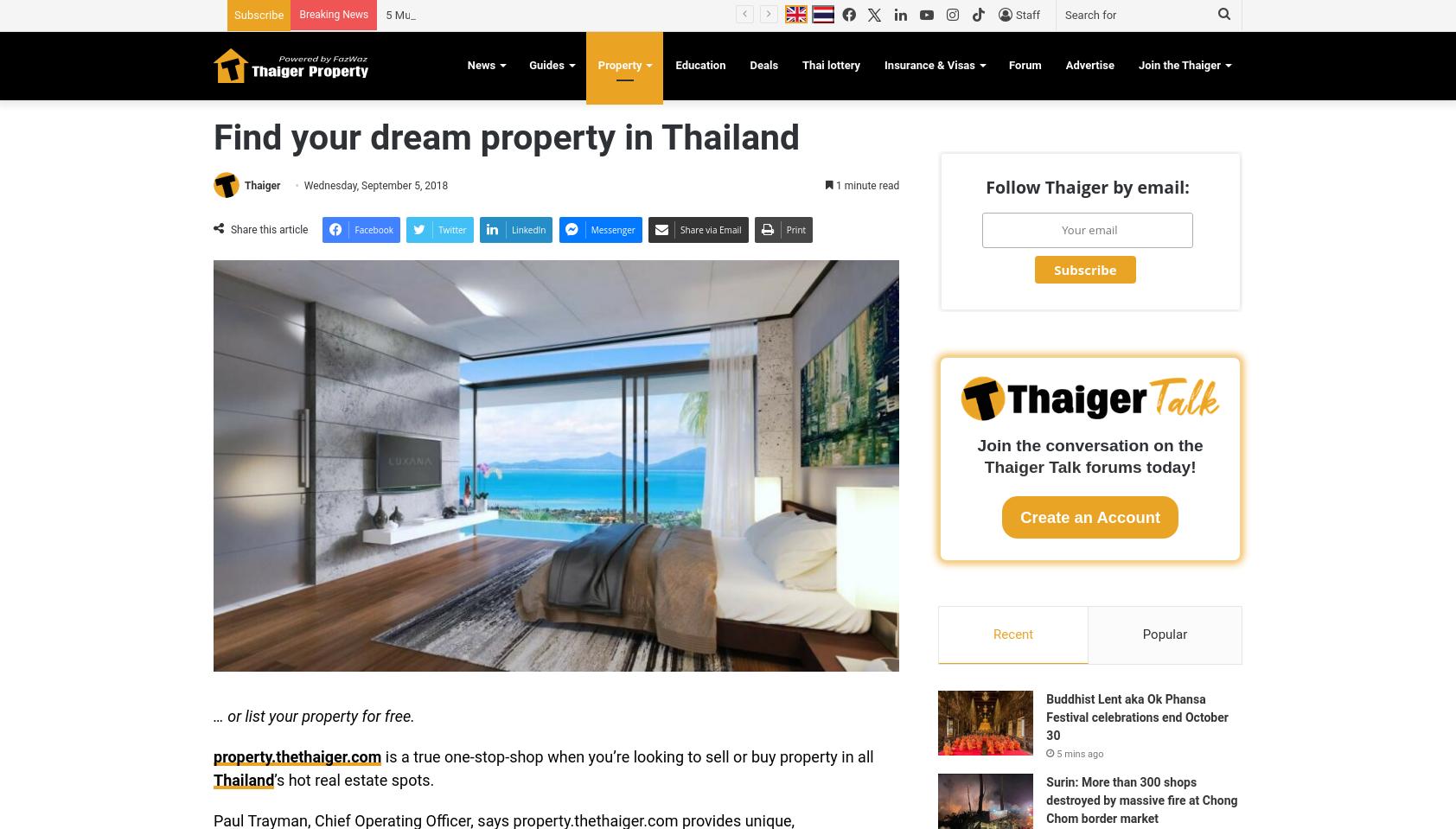 The image size is (1456, 829). I want to click on 'Print', so click(795, 228).